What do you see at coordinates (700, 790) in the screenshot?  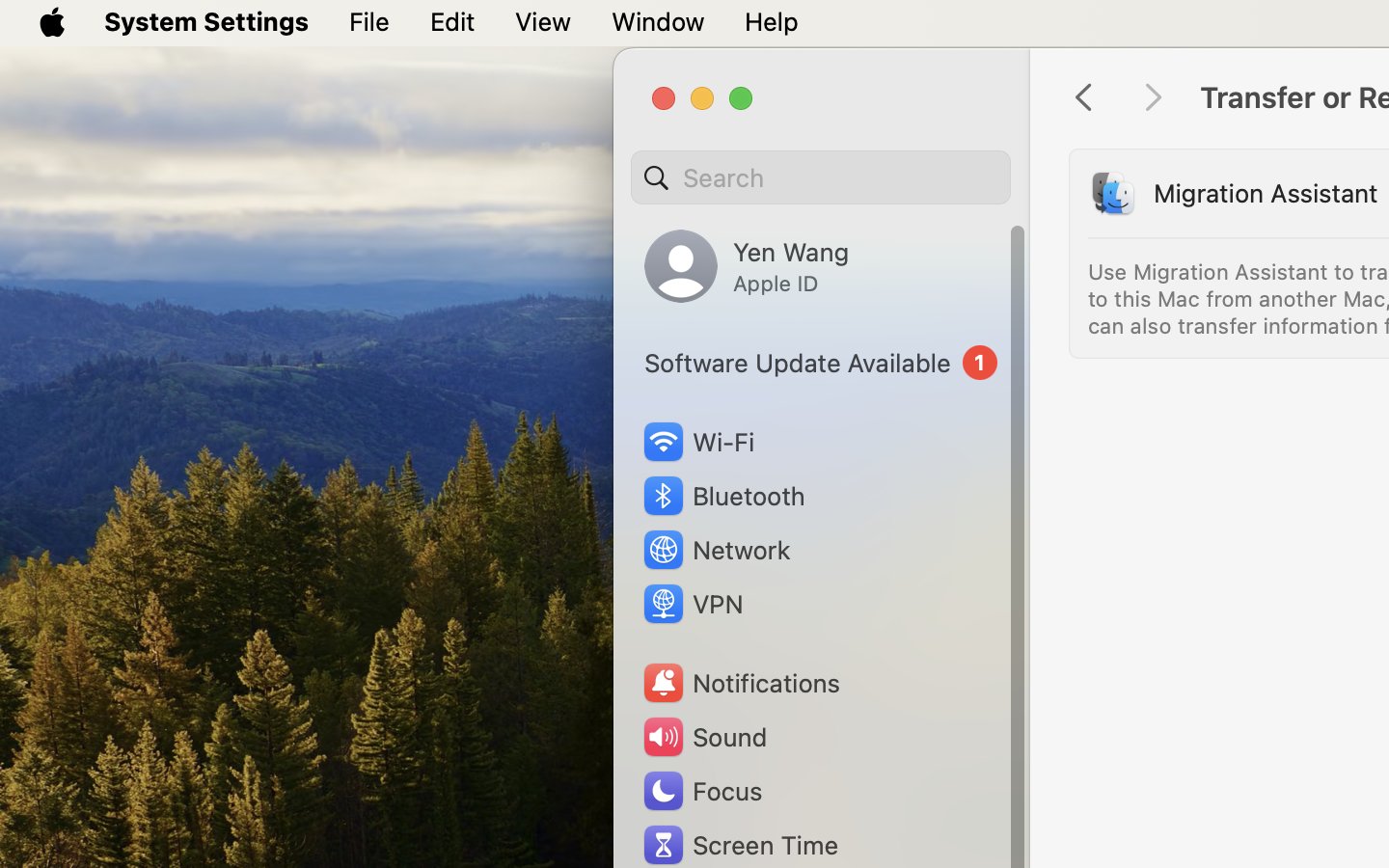 I see `'Focus'` at bounding box center [700, 790].